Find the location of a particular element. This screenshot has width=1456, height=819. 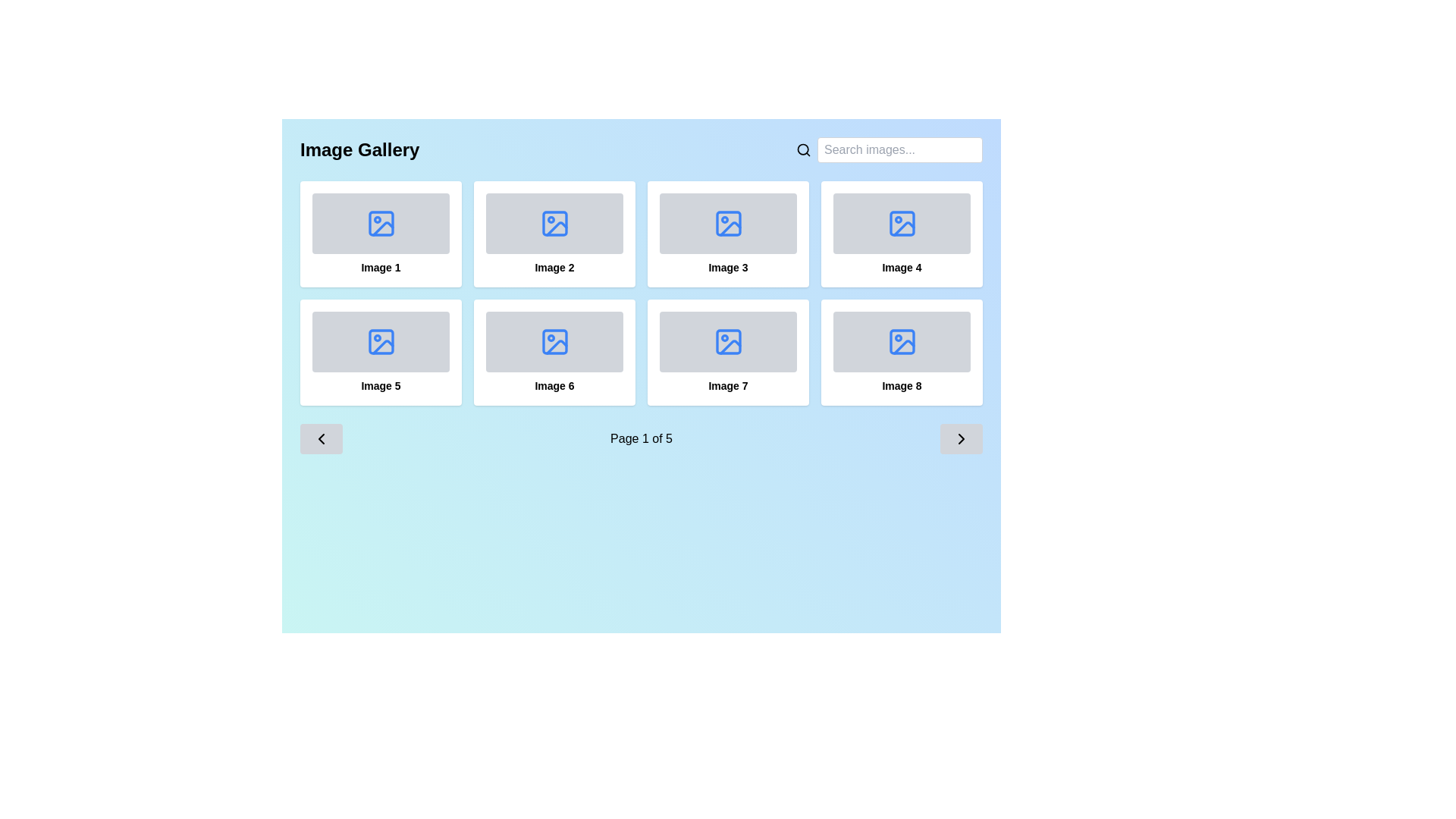

the SVG rectangle with rounded corners that is styled as a blue image placeholder in the fourth card of the image gallery's first row is located at coordinates (902, 223).